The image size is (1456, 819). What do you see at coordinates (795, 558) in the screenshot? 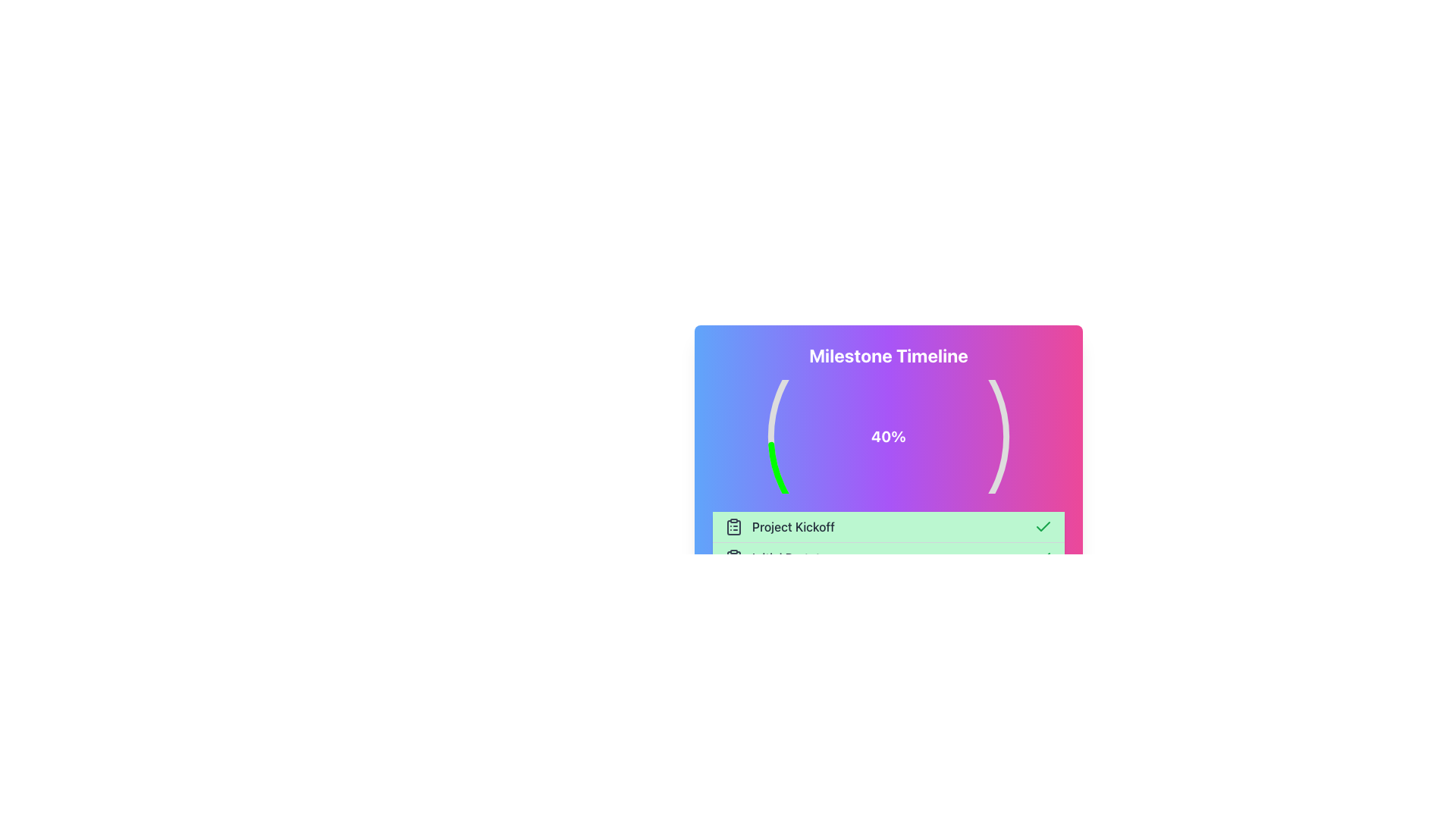
I see `the 'Initial Prototype' text element, which is the second item in the green bar under 'Milestone Timeline'` at bounding box center [795, 558].